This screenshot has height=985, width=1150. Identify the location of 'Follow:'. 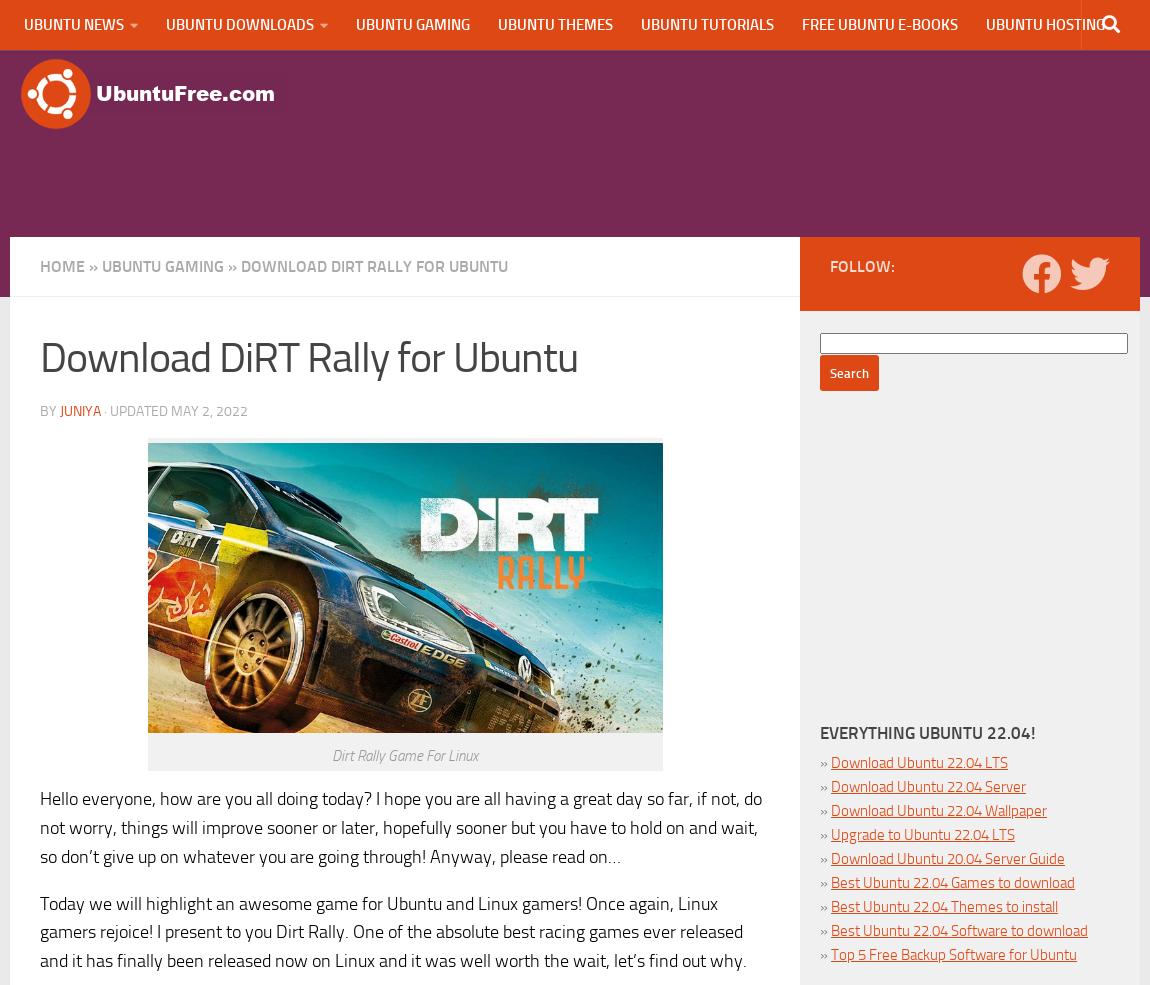
(861, 265).